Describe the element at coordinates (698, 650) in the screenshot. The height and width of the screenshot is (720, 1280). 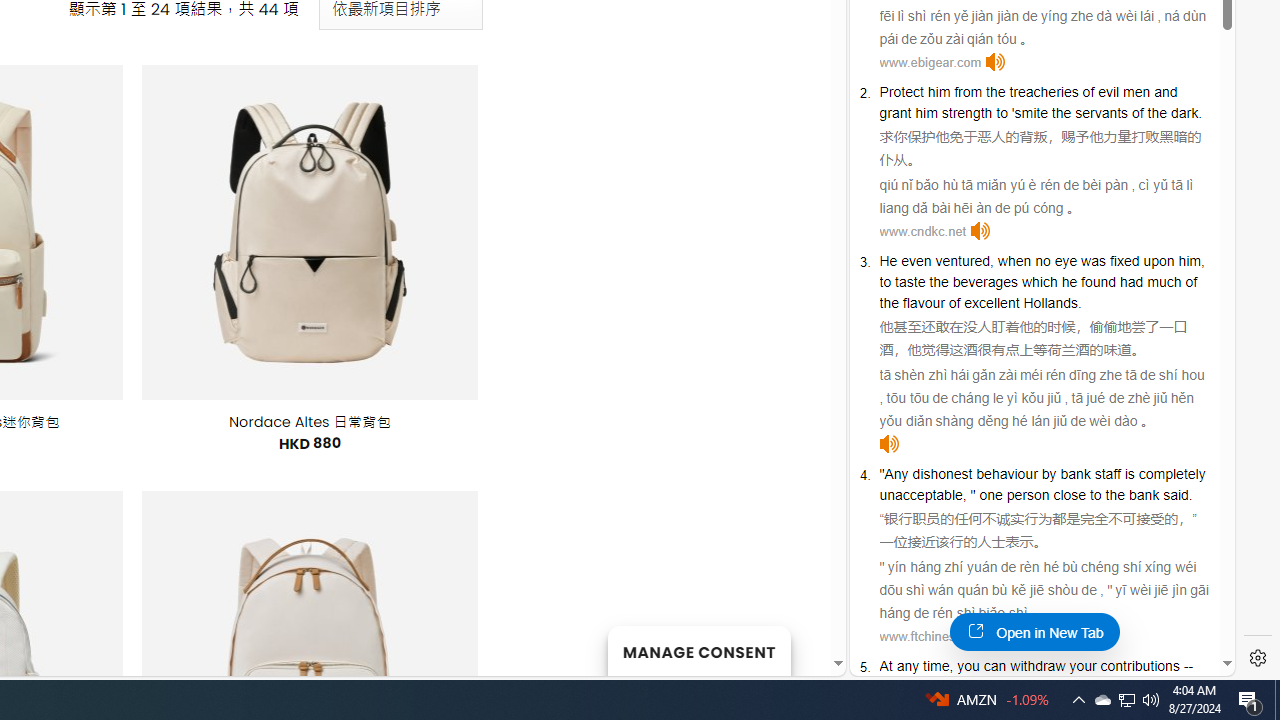
I see `'MANAGE CONSENT'` at that location.